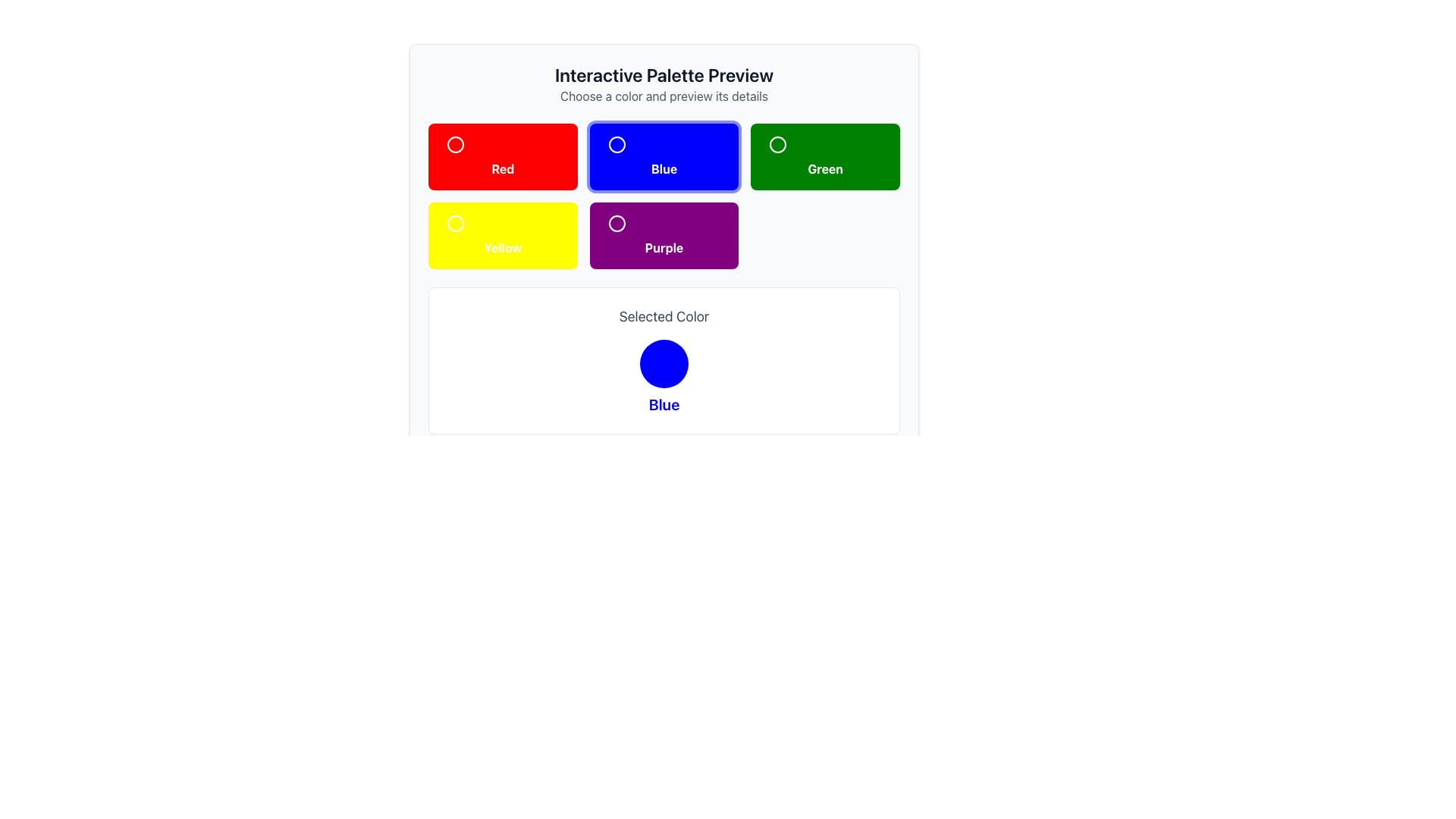  Describe the element at coordinates (502, 157) in the screenshot. I see `the bright red button labeled 'RED' with a circular icon on its top-left corner` at that location.